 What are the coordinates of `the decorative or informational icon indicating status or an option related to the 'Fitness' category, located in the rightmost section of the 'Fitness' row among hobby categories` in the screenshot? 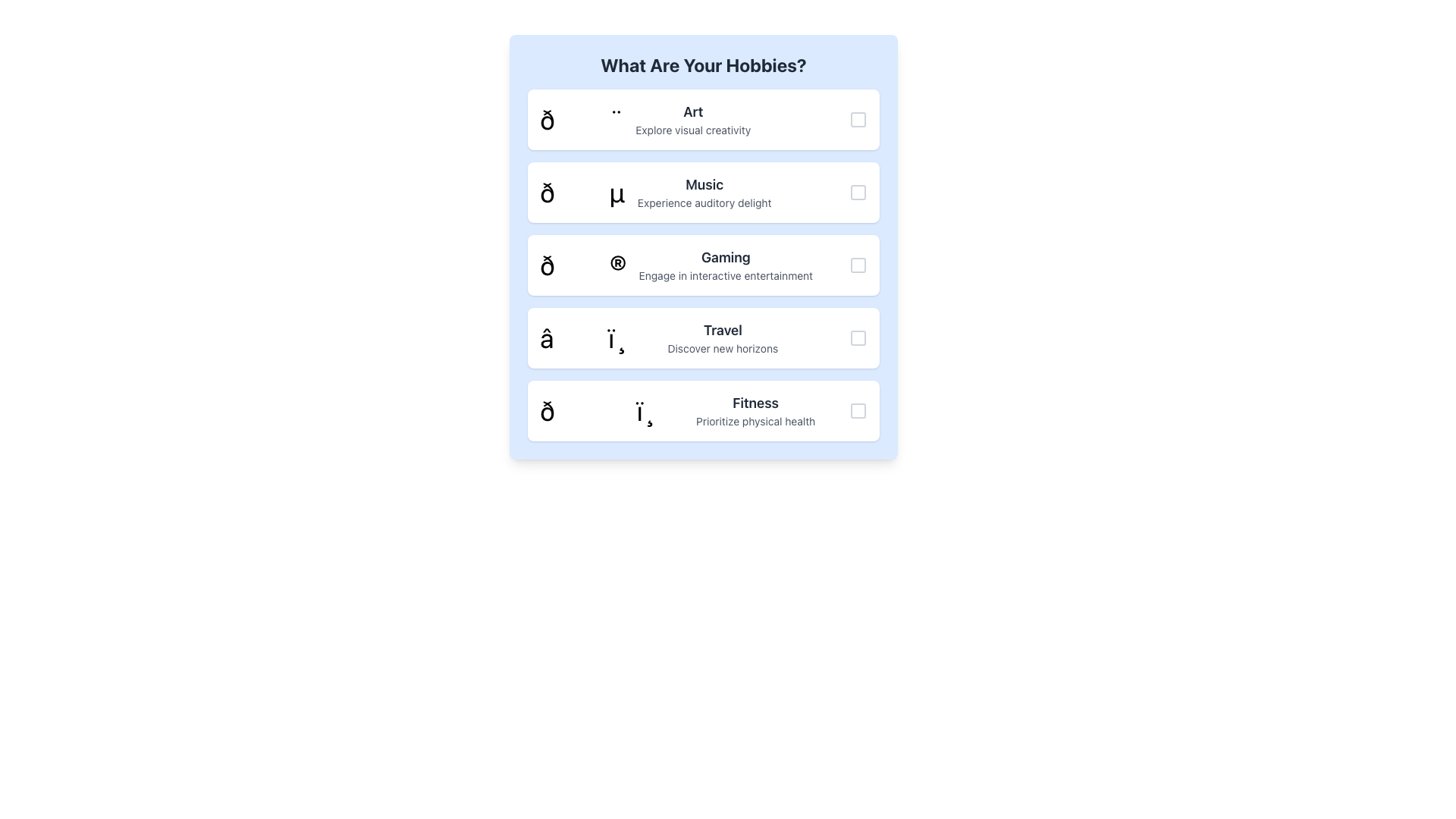 It's located at (858, 411).